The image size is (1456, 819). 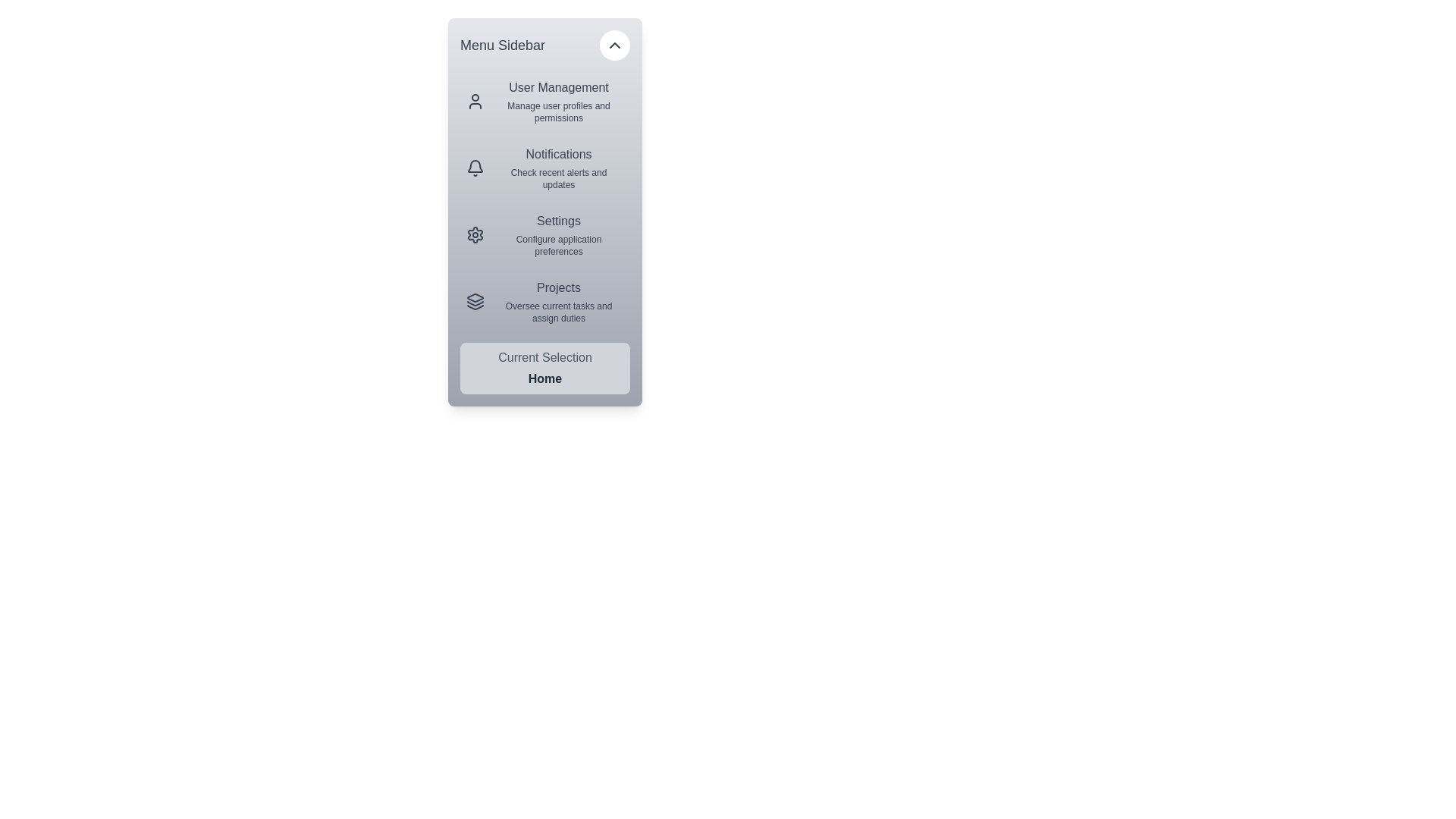 I want to click on the user profile icon in the sidebar menu, so click(x=475, y=102).